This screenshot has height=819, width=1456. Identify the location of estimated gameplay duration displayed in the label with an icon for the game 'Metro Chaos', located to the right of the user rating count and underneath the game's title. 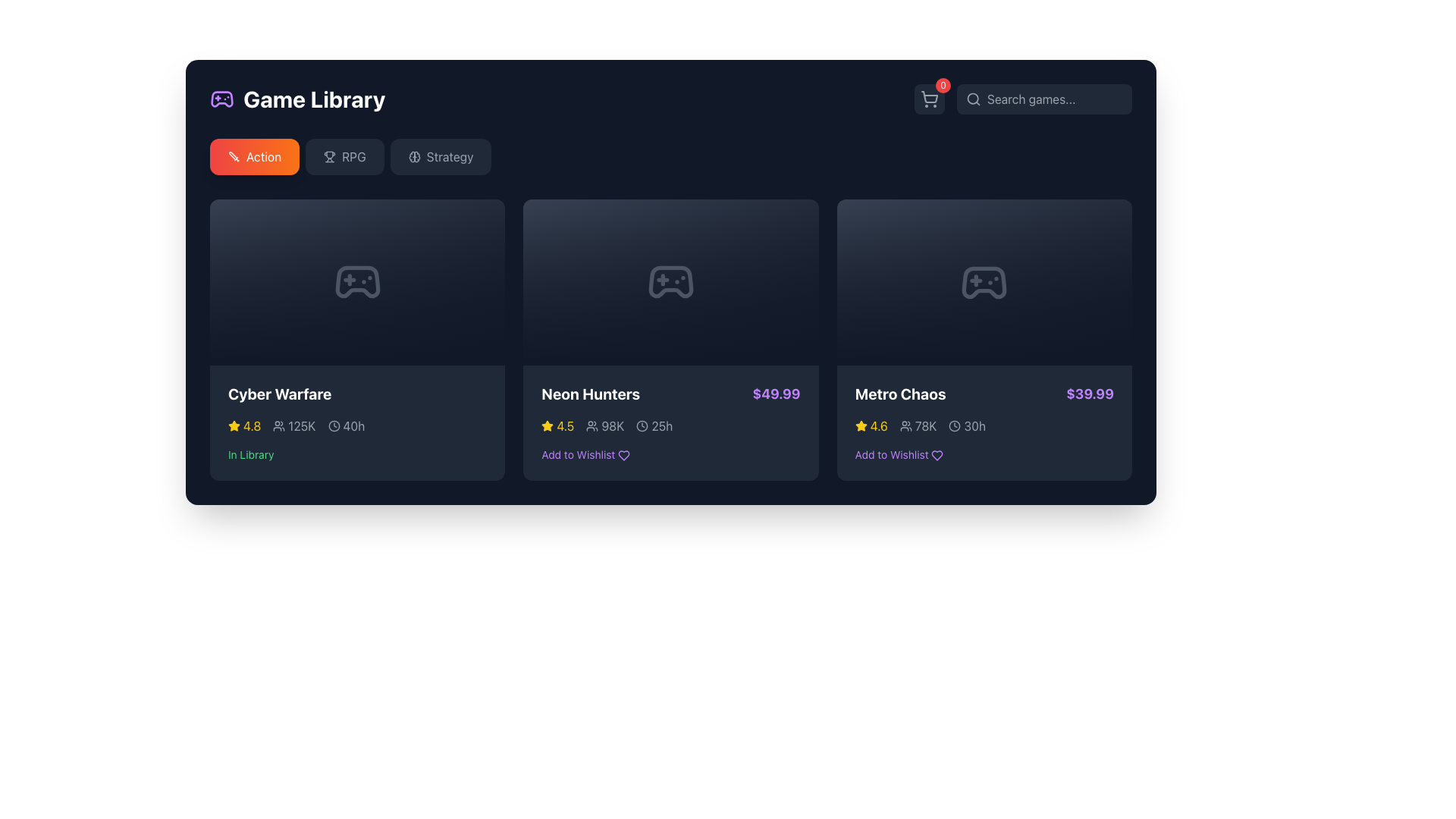
(966, 426).